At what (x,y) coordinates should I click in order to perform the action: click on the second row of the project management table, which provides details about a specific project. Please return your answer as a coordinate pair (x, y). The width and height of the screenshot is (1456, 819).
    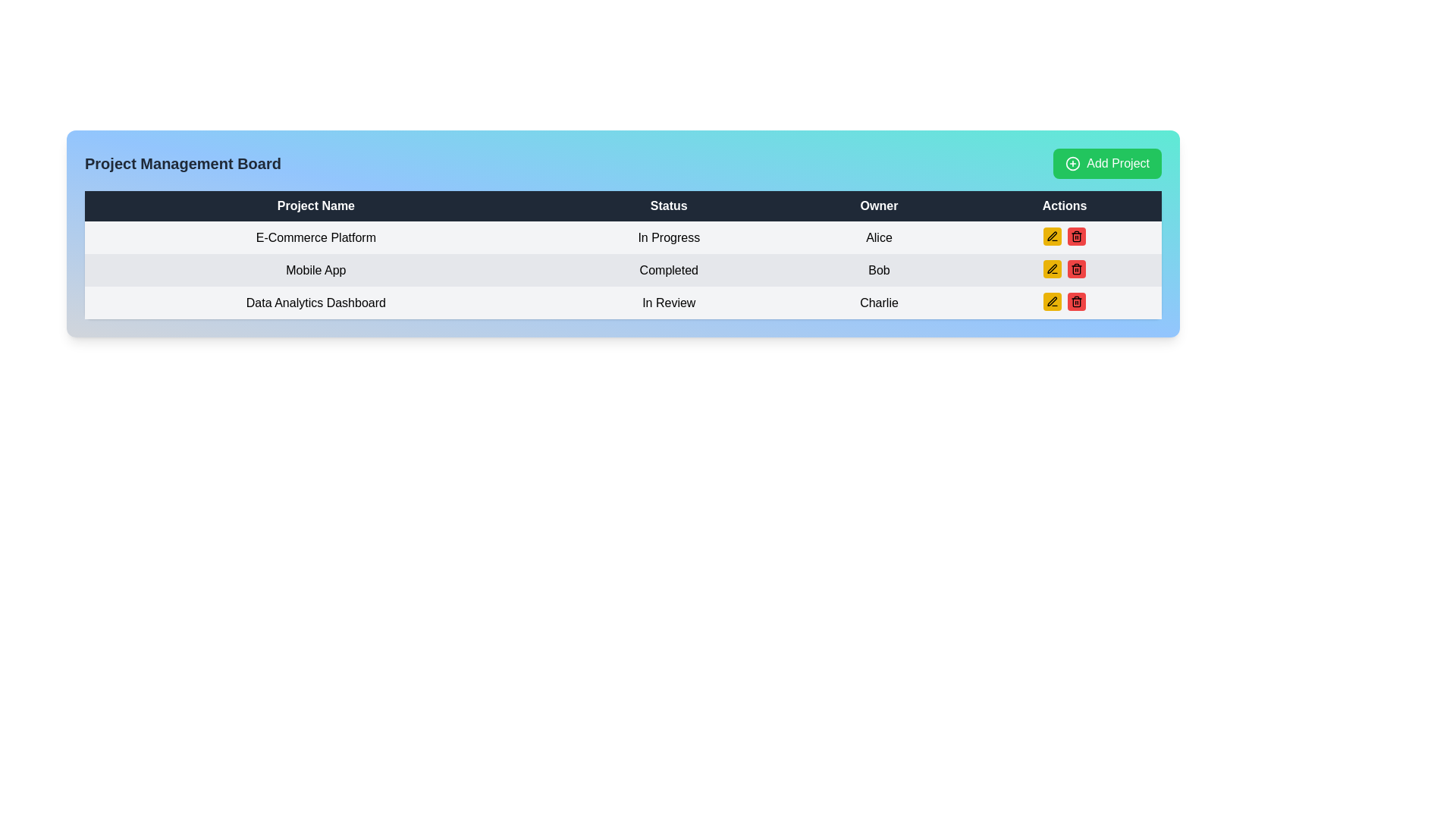
    Looking at the image, I should click on (623, 269).